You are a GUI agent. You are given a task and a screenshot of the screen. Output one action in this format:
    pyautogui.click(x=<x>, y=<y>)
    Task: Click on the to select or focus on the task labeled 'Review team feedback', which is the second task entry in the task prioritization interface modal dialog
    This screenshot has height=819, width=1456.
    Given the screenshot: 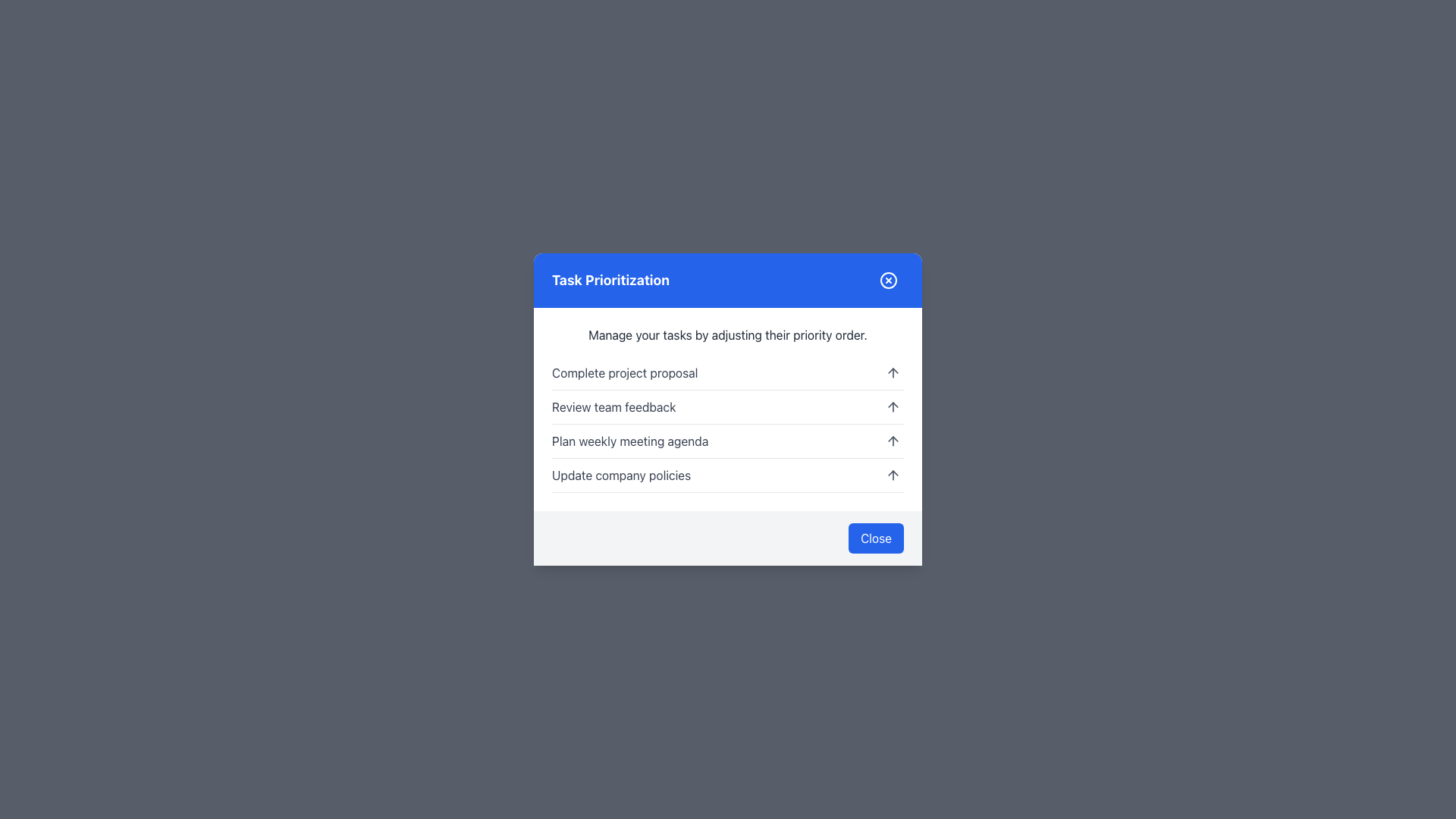 What is the action you would take?
    pyautogui.click(x=728, y=409)
    